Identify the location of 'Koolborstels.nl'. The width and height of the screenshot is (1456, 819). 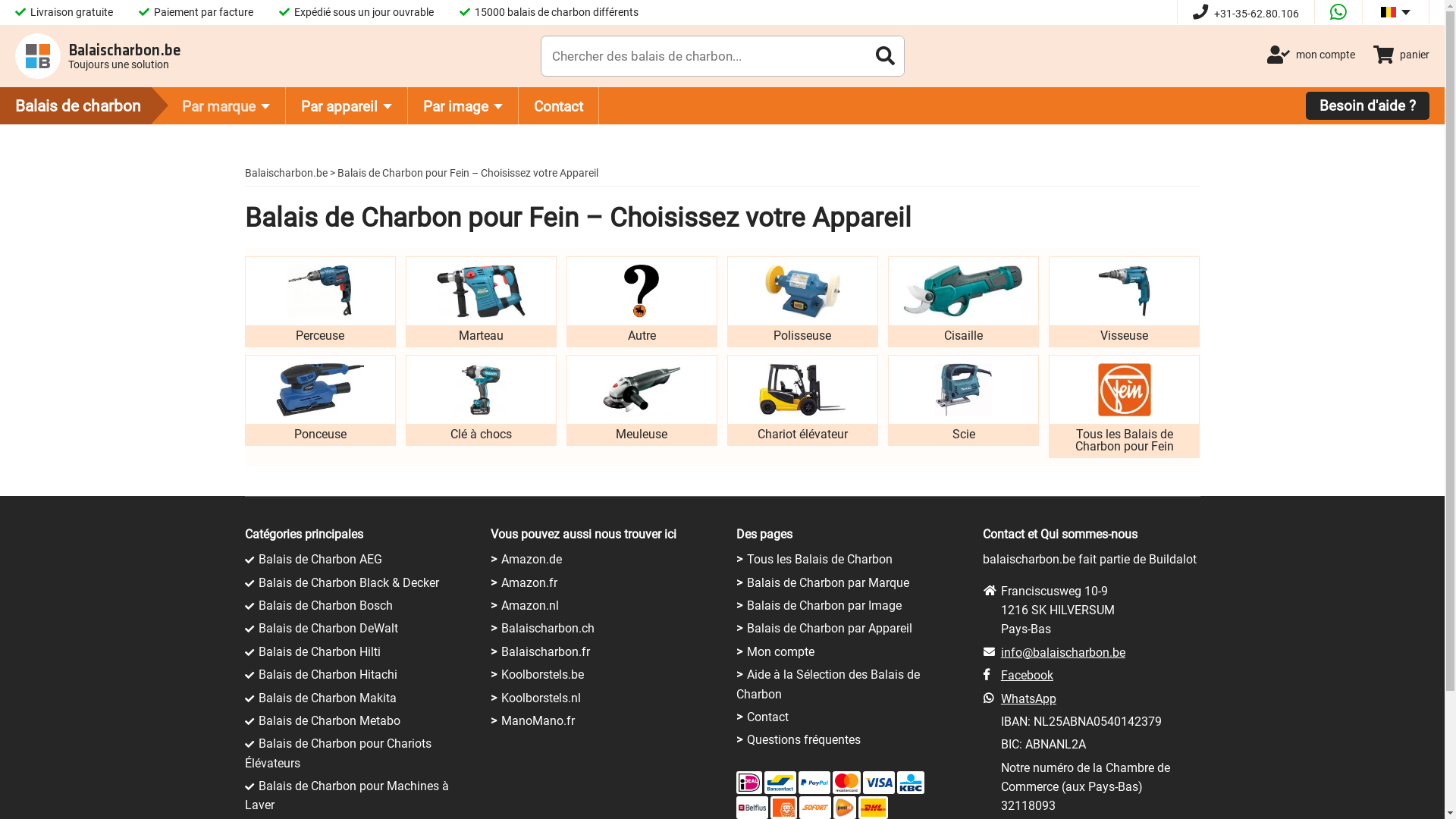
(541, 697).